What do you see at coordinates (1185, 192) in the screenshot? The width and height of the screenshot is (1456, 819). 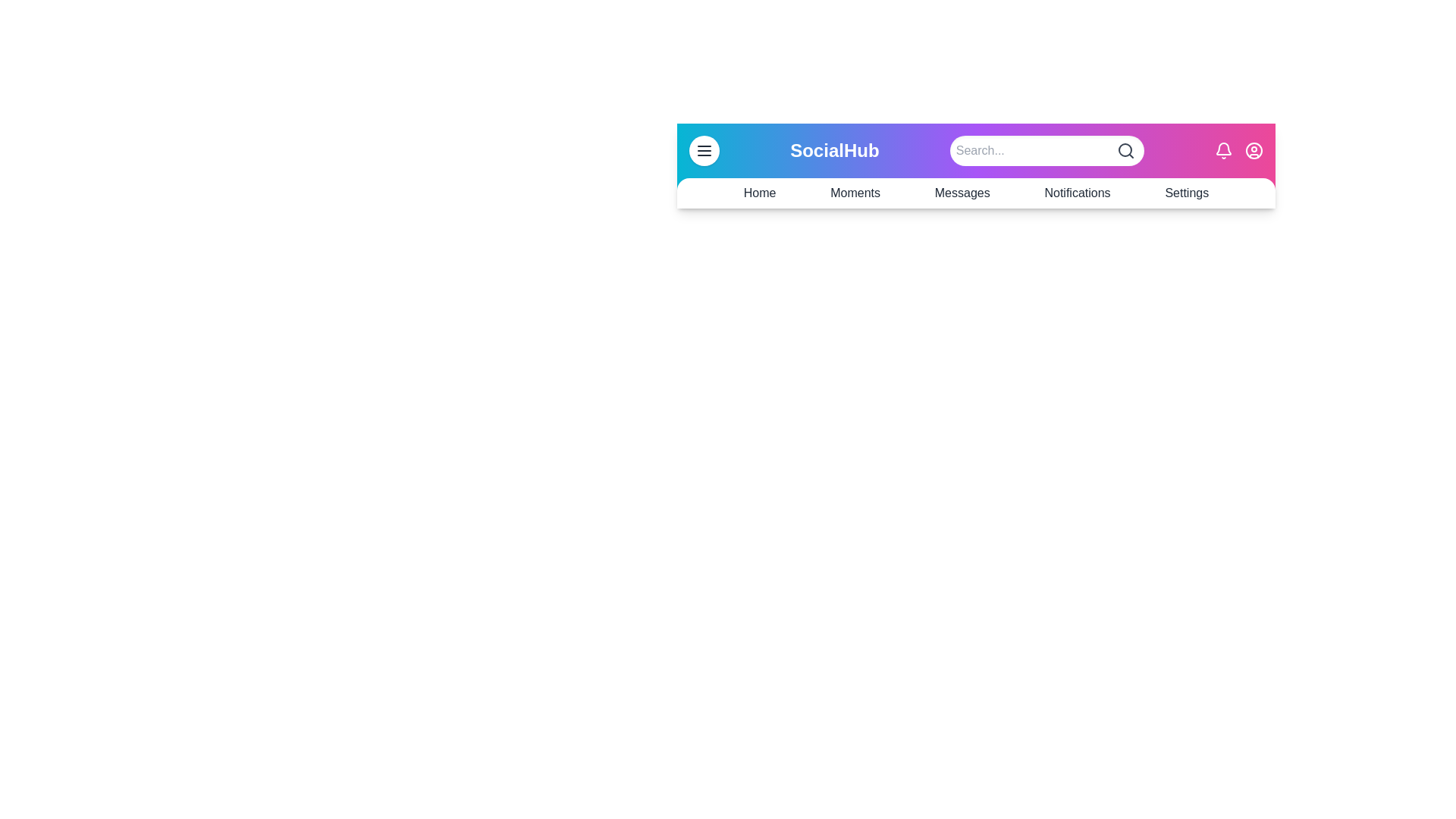 I see `the navigation link Settings from the SocialAppBar` at bounding box center [1185, 192].